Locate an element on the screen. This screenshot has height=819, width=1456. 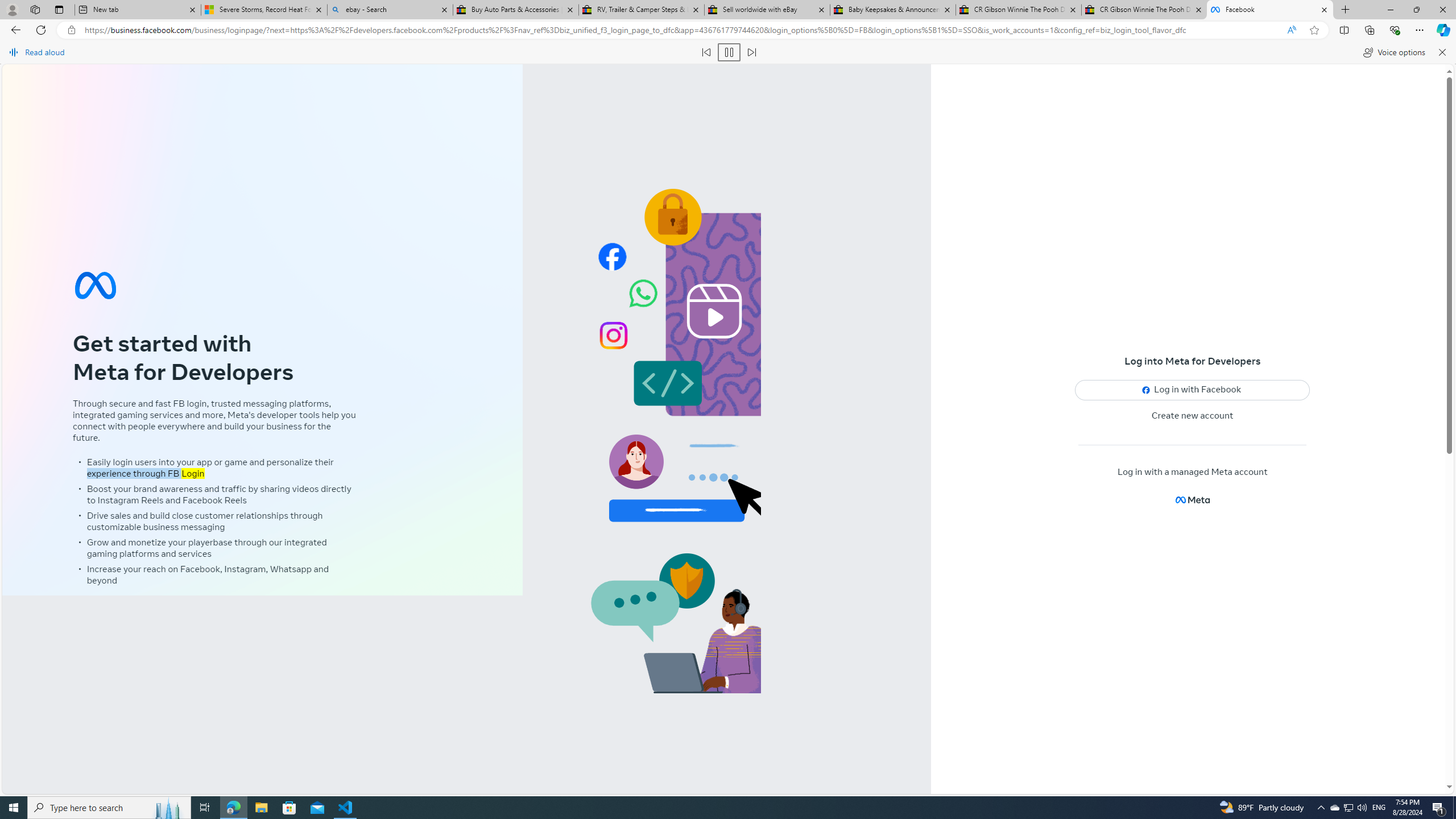
'Meta logo' is located at coordinates (1192, 499).